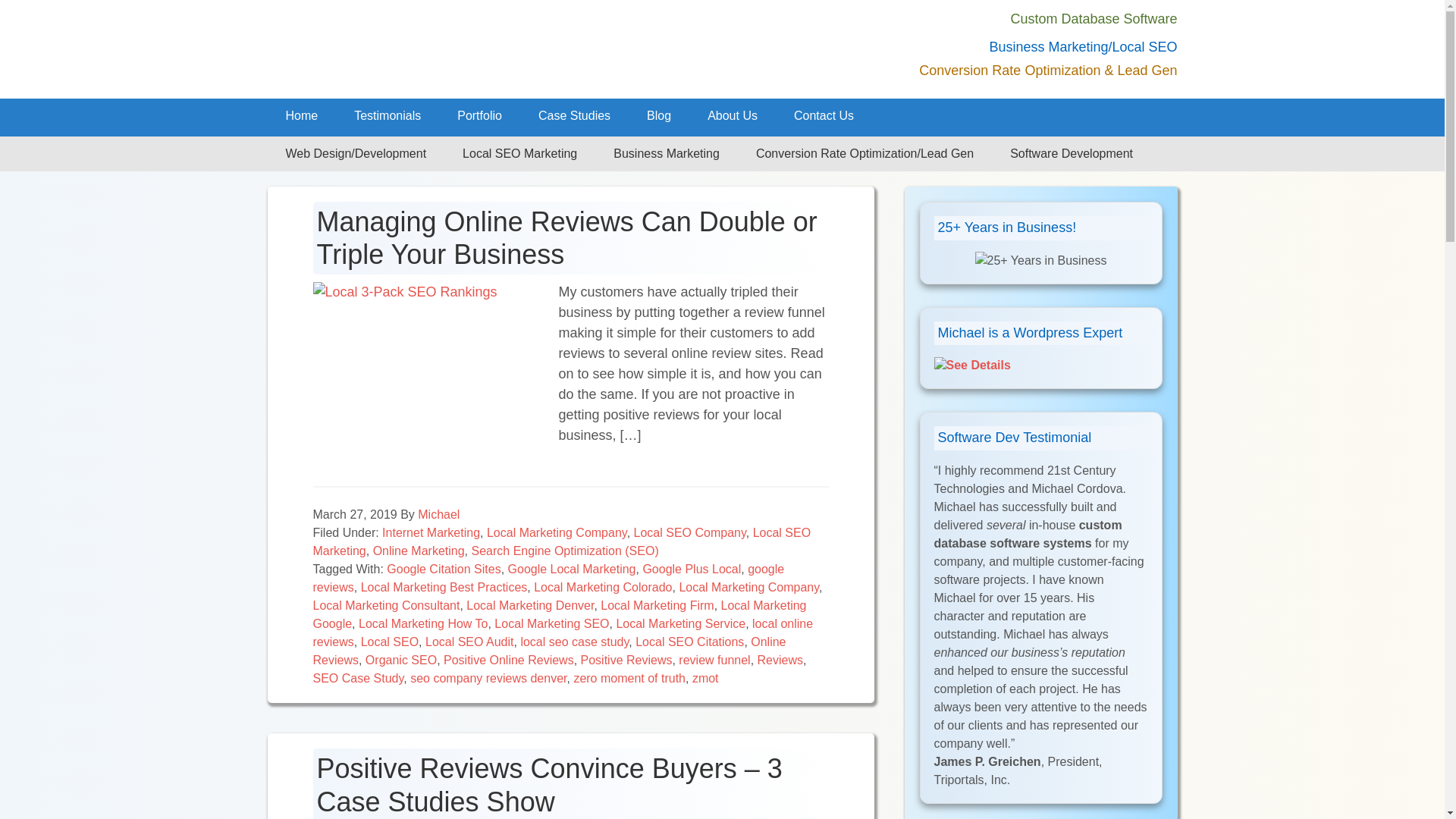  What do you see at coordinates (509, 659) in the screenshot?
I see `'Positive Online Reviews'` at bounding box center [509, 659].